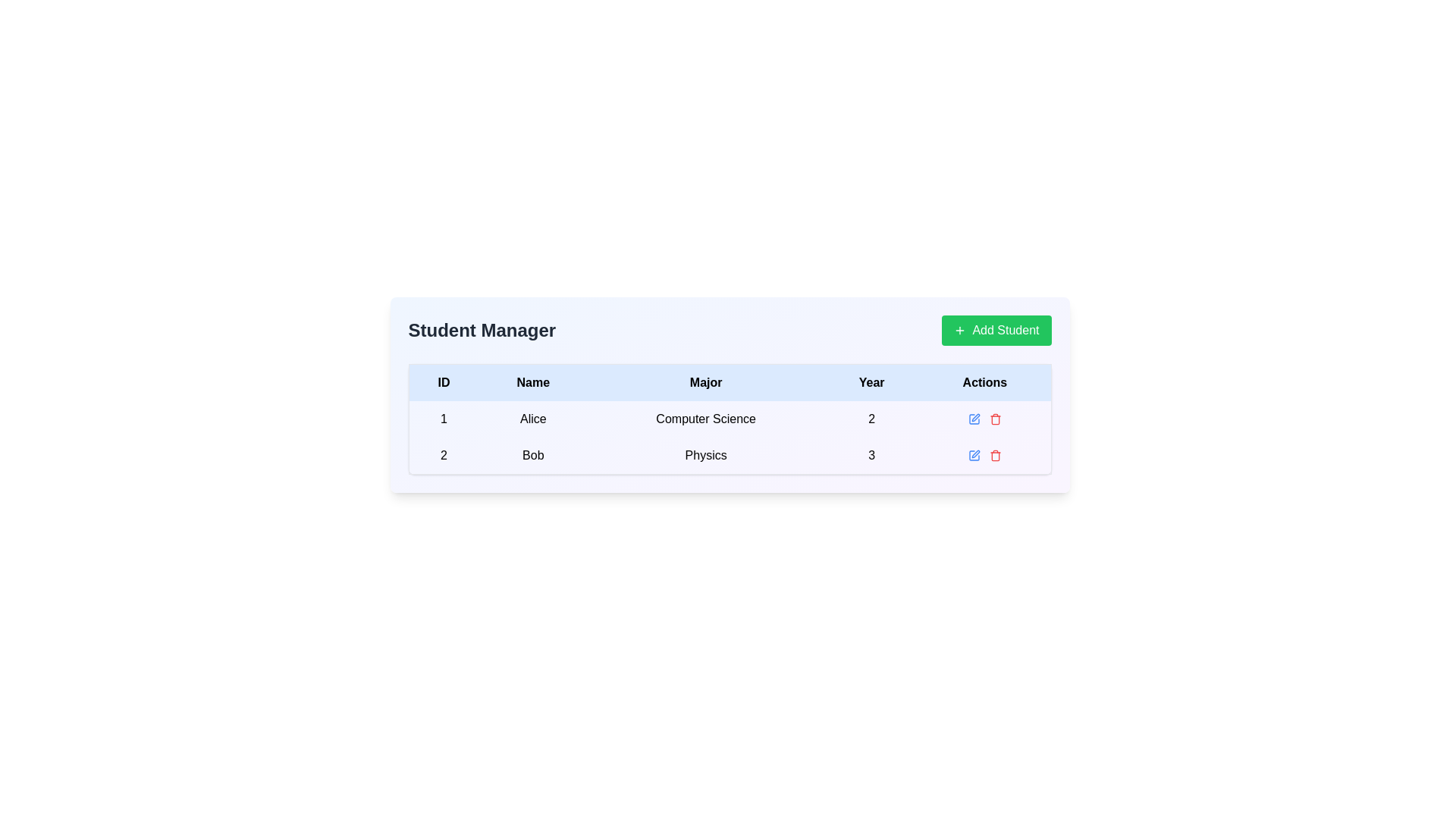 The height and width of the screenshot is (819, 1456). What do you see at coordinates (443, 419) in the screenshot?
I see `the text label displaying the character '1' in bold style, located in the first column of the first row of the table, adjacent to the cell containing 'Alice'` at bounding box center [443, 419].